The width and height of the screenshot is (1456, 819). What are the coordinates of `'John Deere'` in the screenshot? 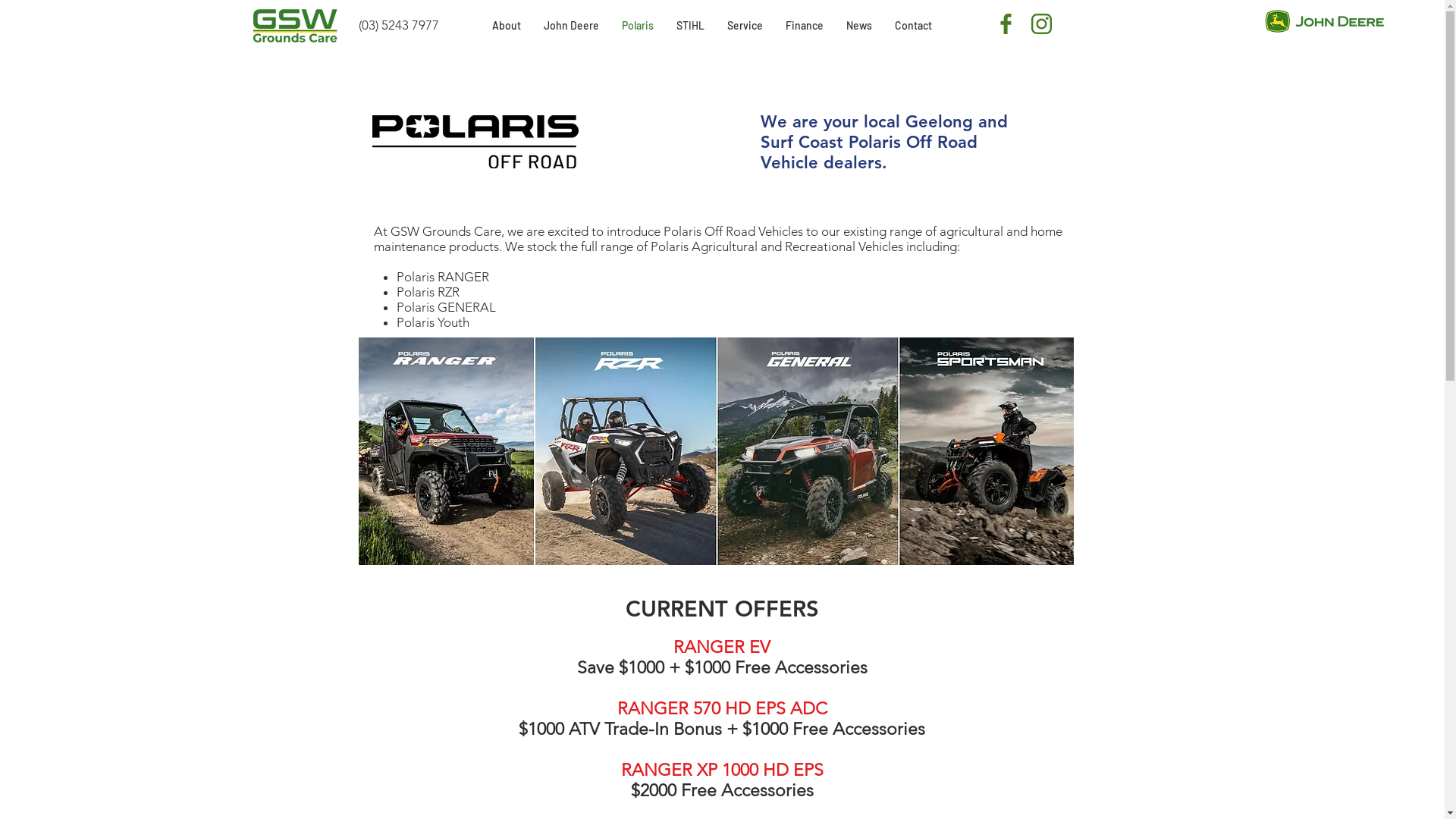 It's located at (570, 25).